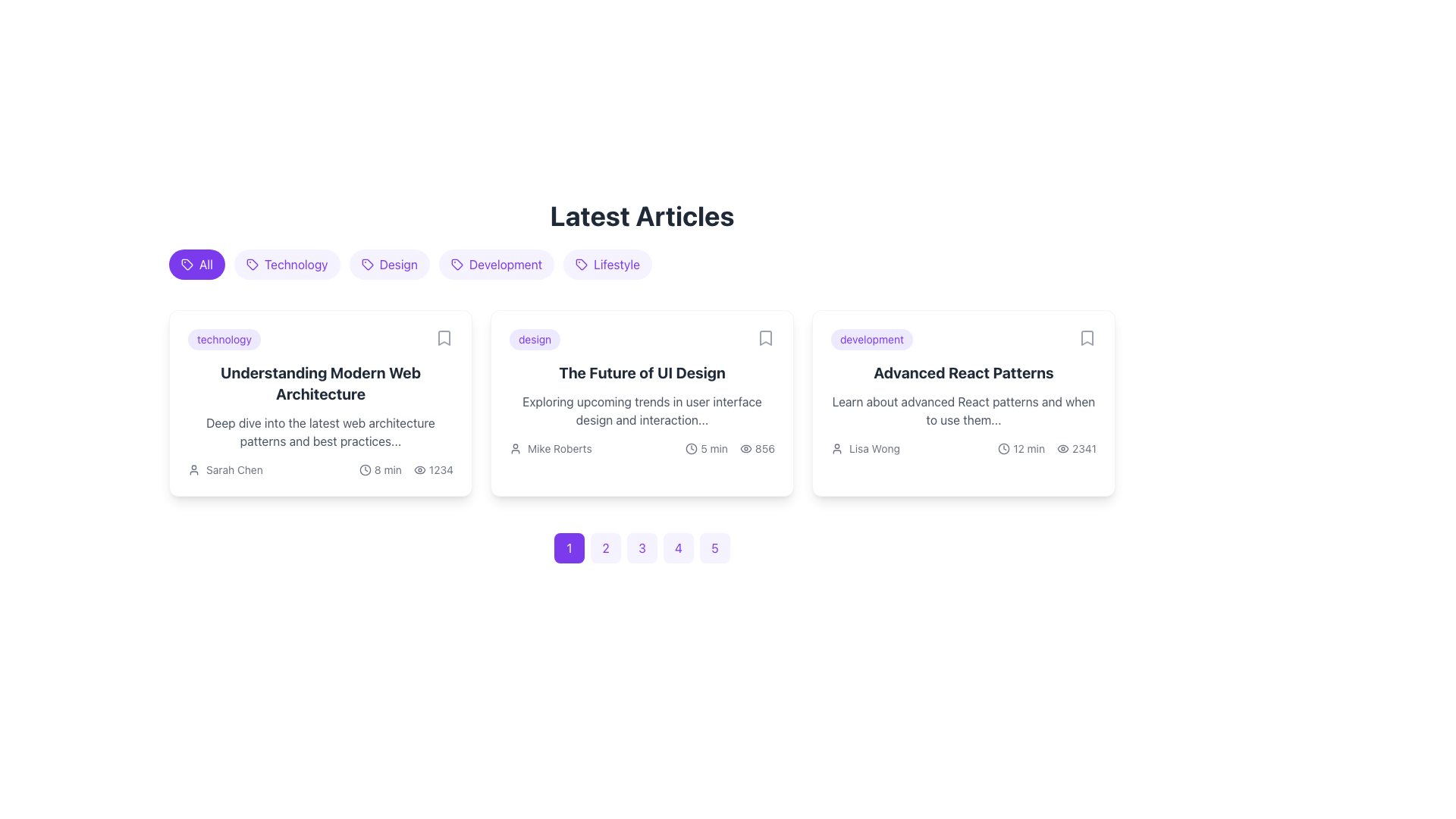 The height and width of the screenshot is (819, 1456). Describe the element at coordinates (287, 263) in the screenshot. I see `the 'Technology' filter button located between the 'All' button and the 'Design' button to filter content accordingly` at that location.